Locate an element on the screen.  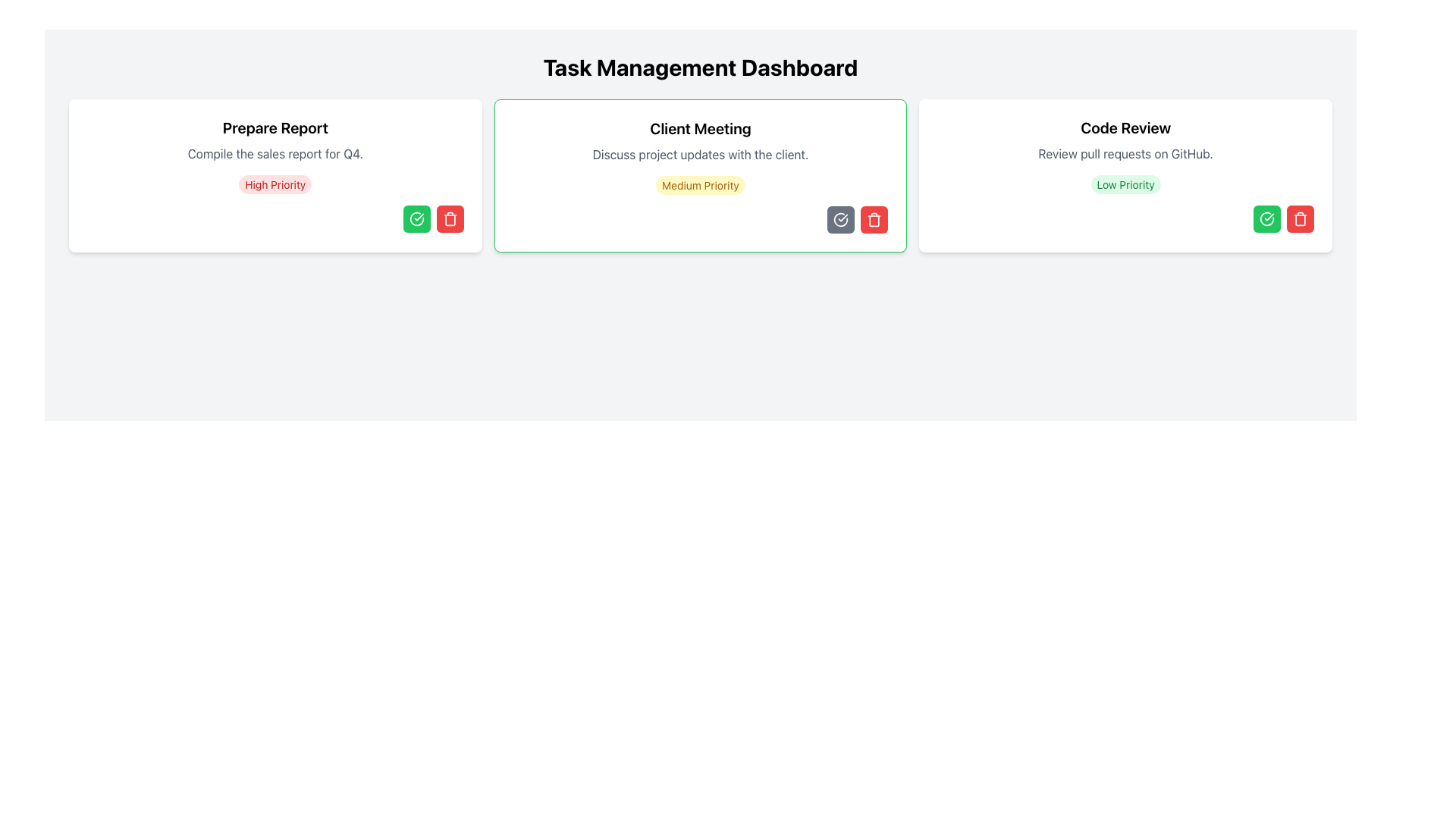
the middle card component in the task management dashboard is located at coordinates (699, 174).